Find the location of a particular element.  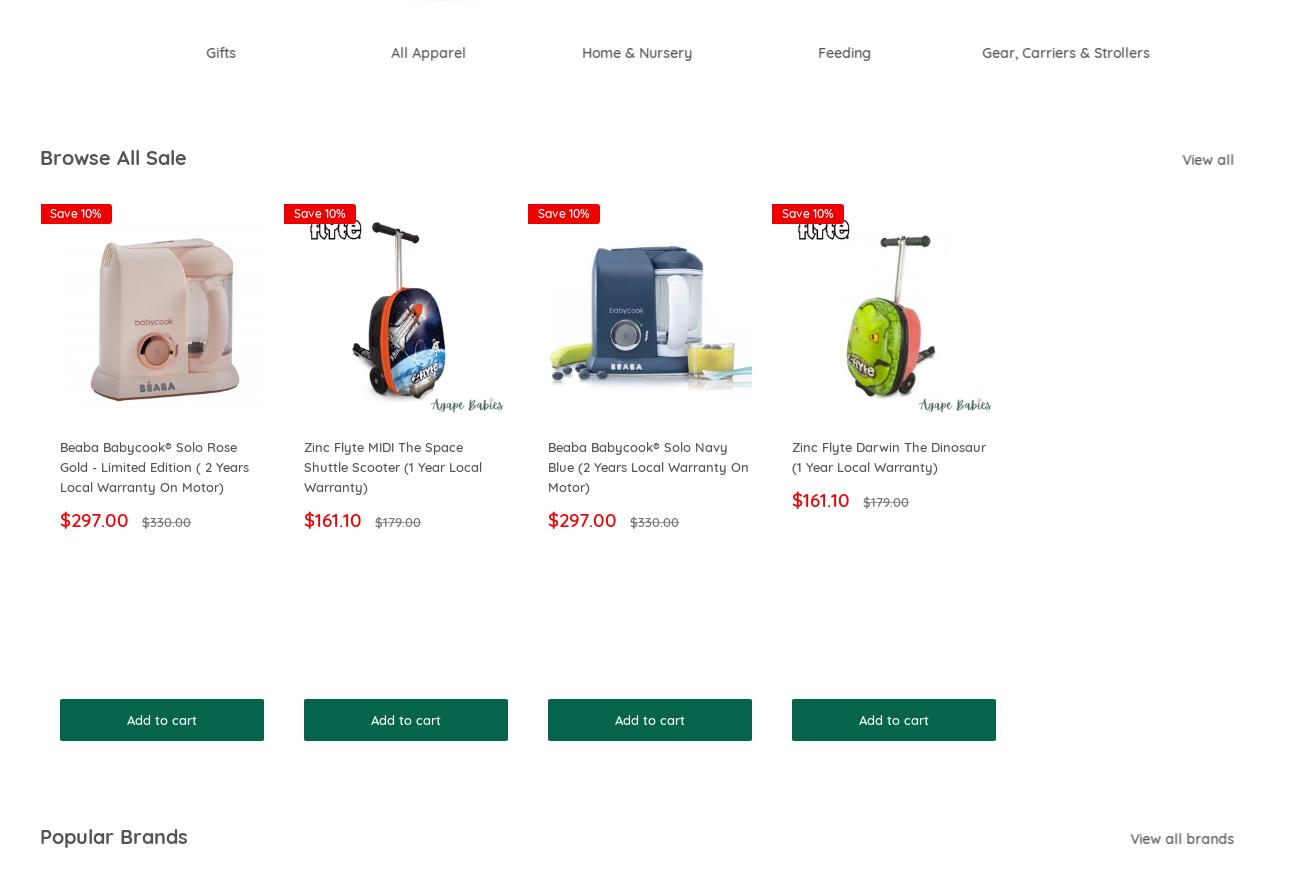

'View all' is located at coordinates (1235, 160).